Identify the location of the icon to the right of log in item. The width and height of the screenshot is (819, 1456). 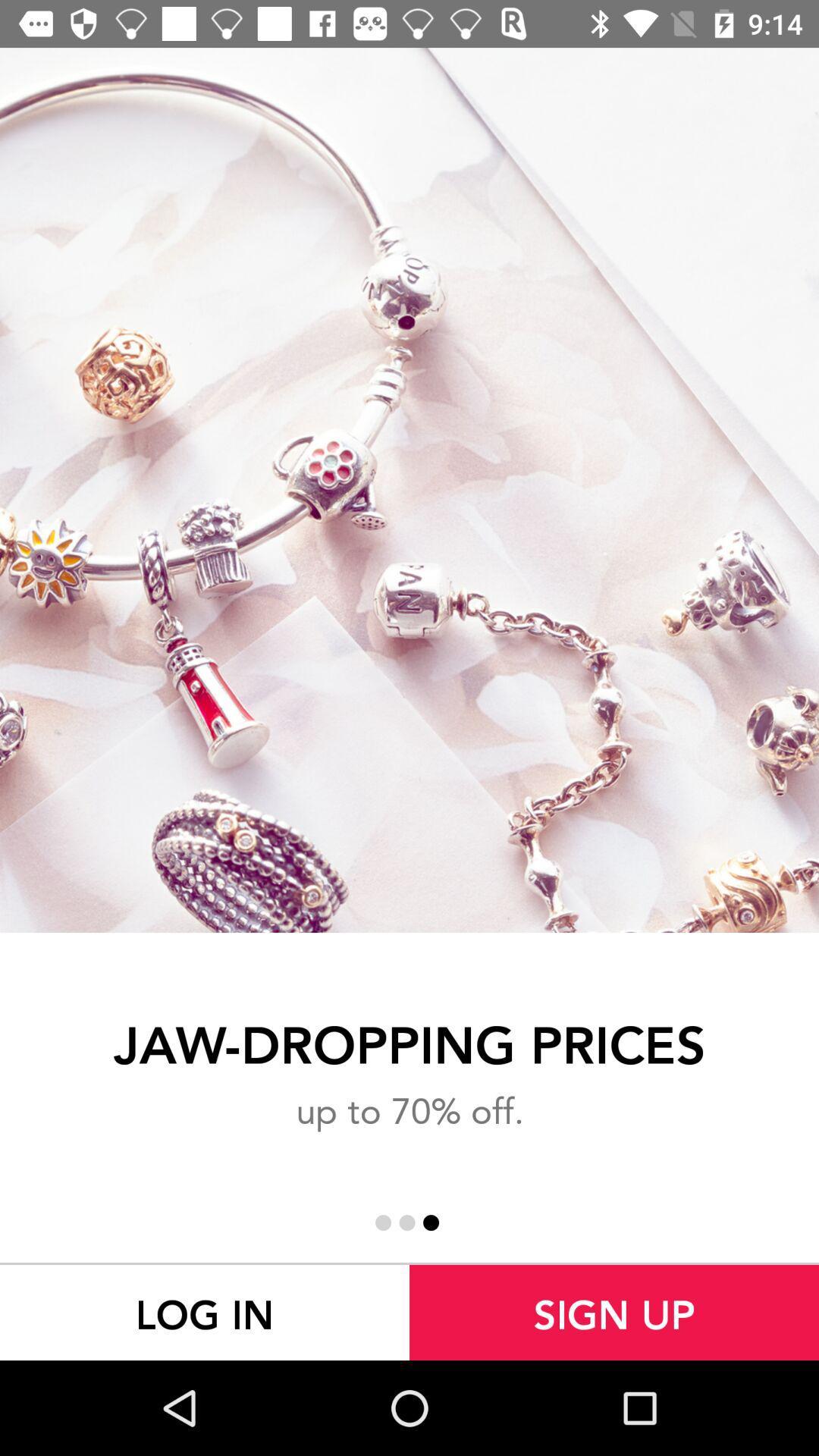
(614, 1312).